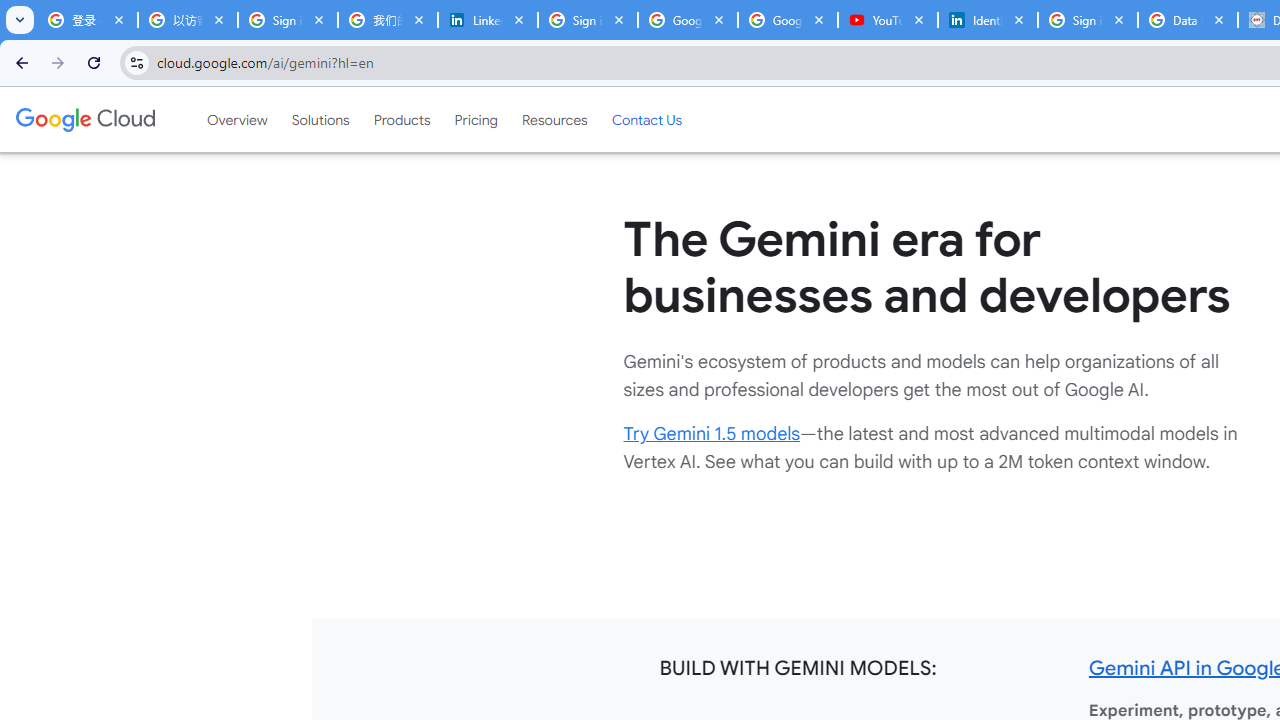 This screenshot has height=720, width=1280. I want to click on 'Sign in - Google Accounts', so click(1087, 20).